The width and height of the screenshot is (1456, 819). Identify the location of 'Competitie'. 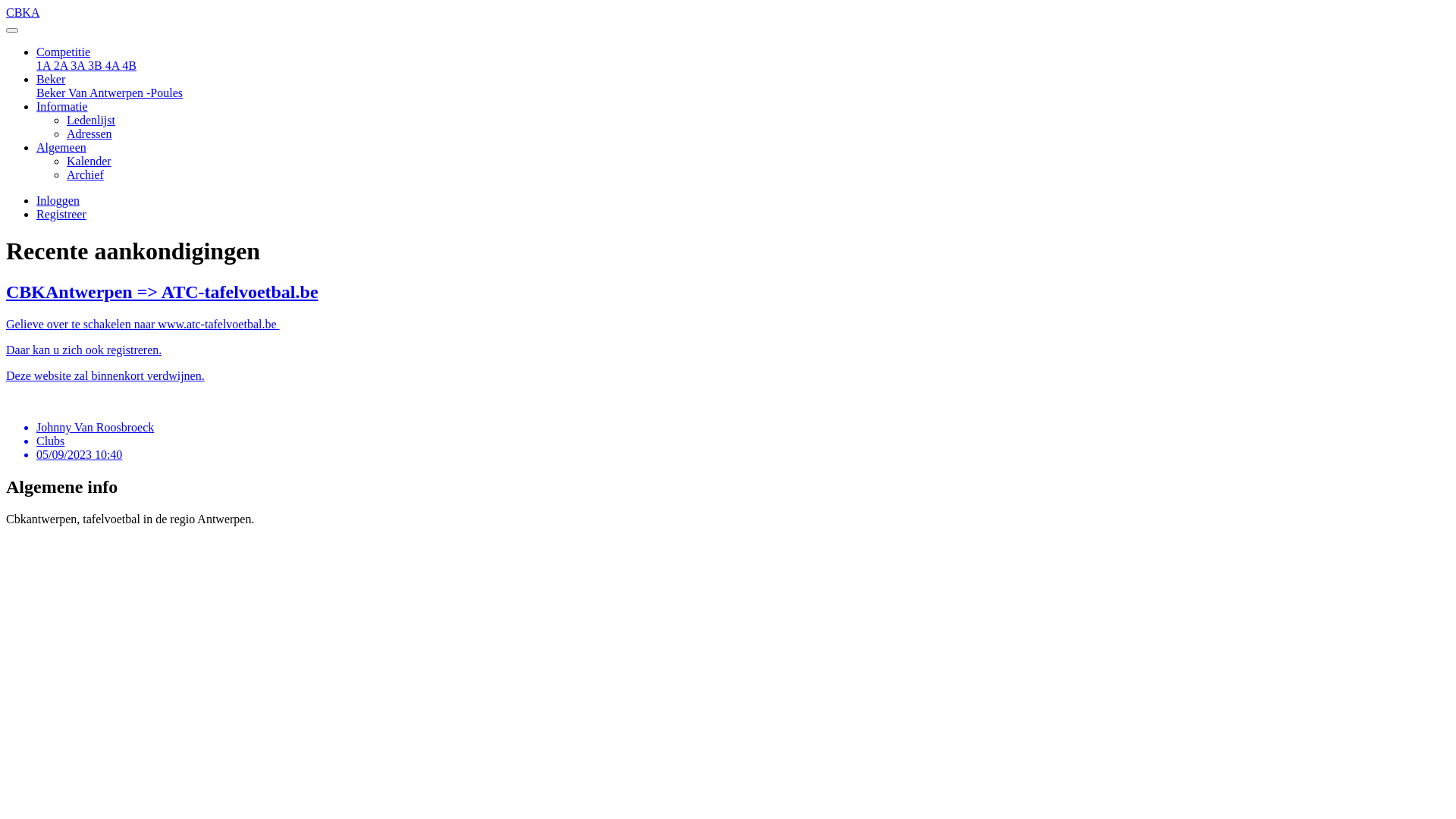
(62, 51).